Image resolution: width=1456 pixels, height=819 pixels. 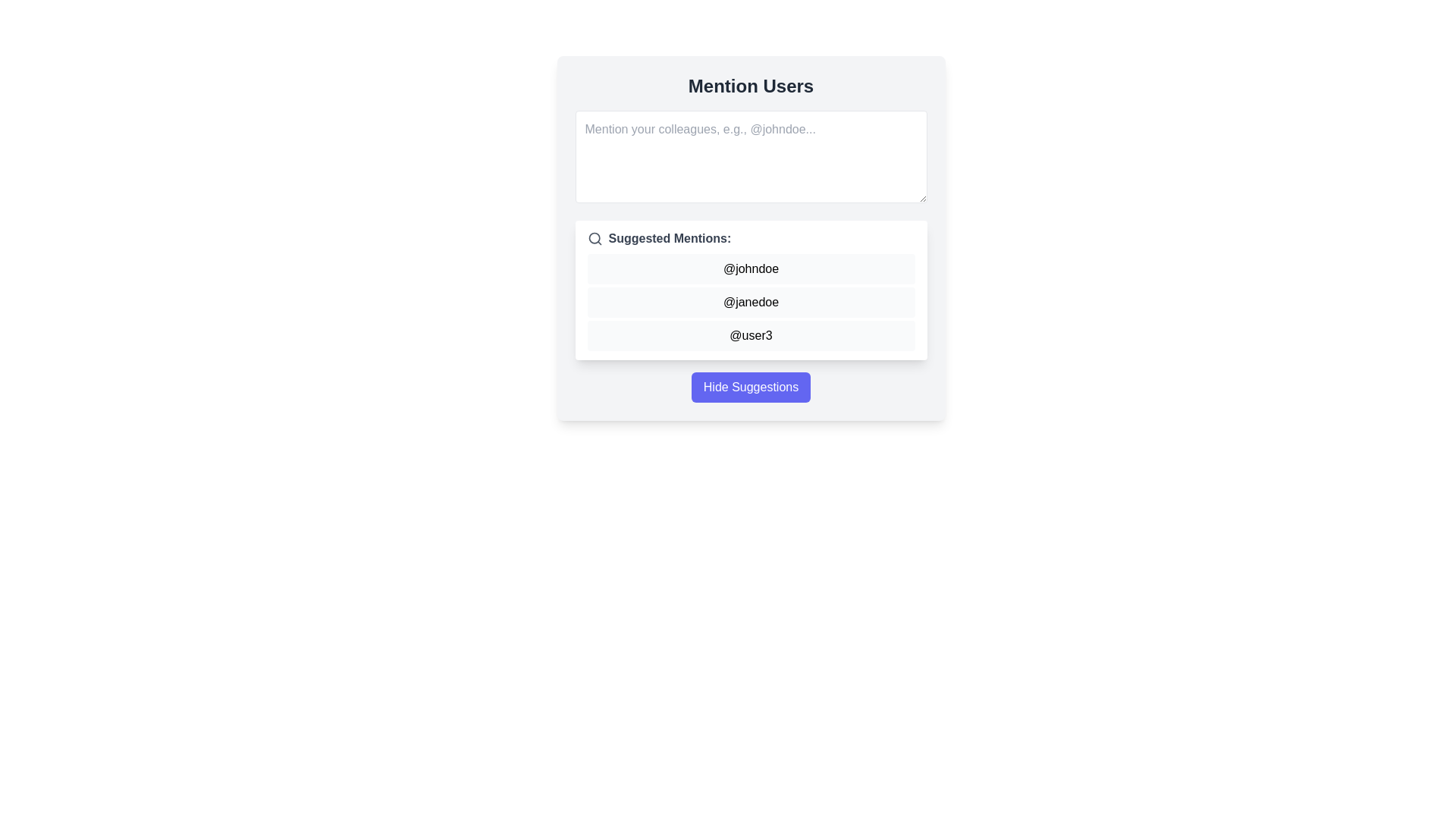 What do you see at coordinates (751, 335) in the screenshot?
I see `the suggested mention button for '@user3' located in the 'Mention Users' modal dialog, which is the third item in the vertical list of user mentions` at bounding box center [751, 335].